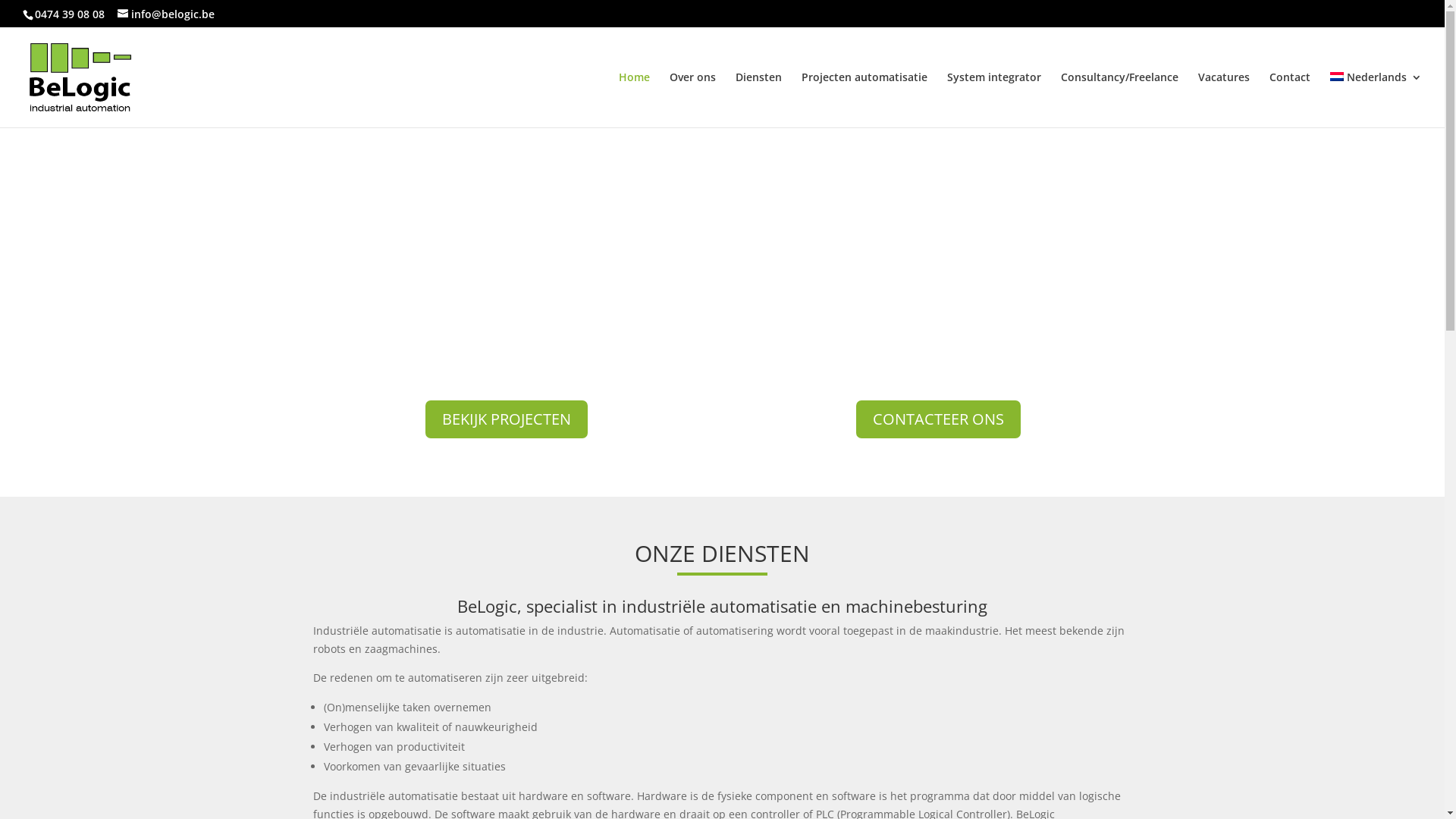  Describe the element at coordinates (1376, 99) in the screenshot. I see `'Nederlands'` at that location.